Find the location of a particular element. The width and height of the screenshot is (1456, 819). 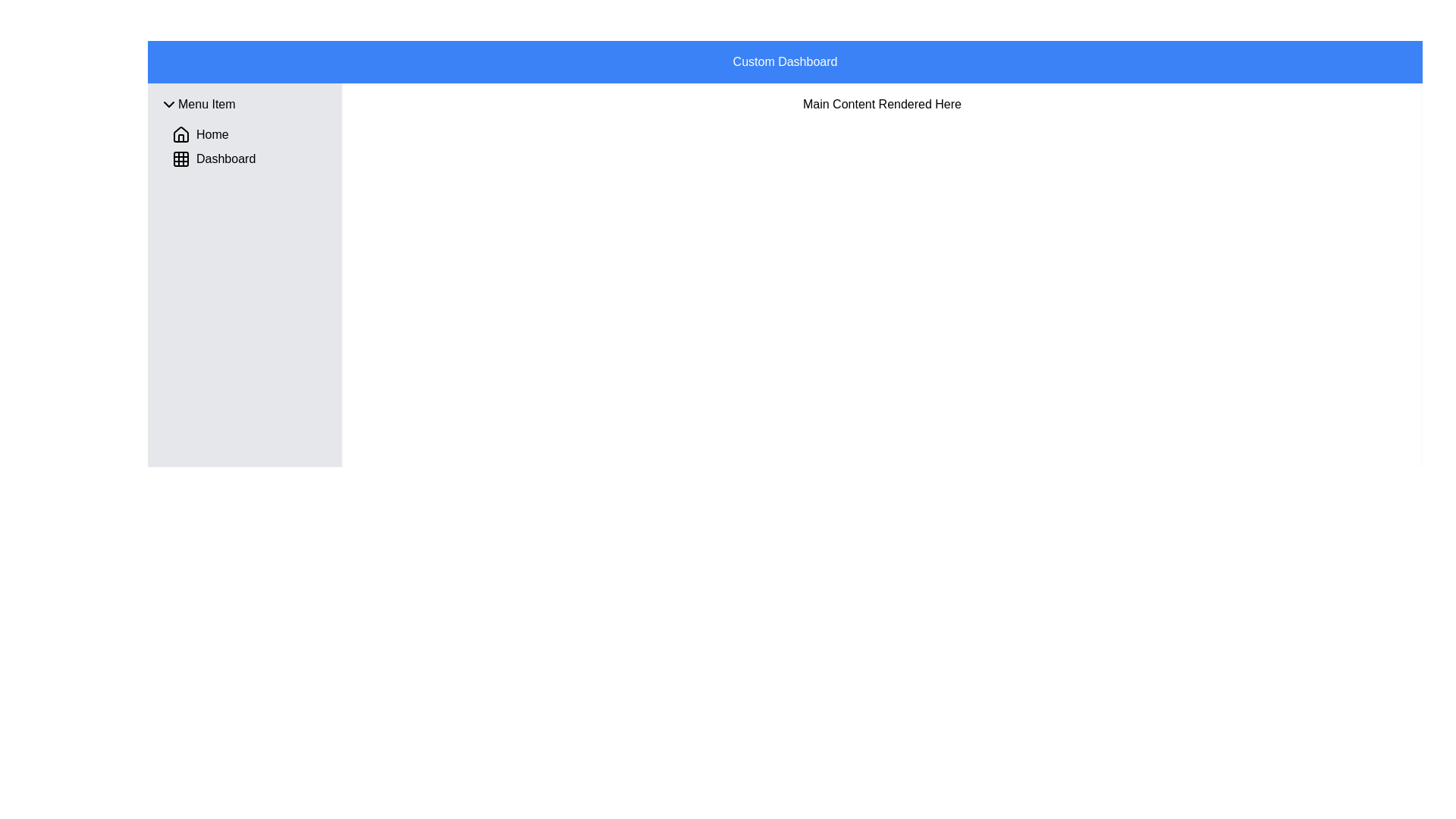

the 'Dashboard' icon in the left navigation menu is located at coordinates (181, 158).